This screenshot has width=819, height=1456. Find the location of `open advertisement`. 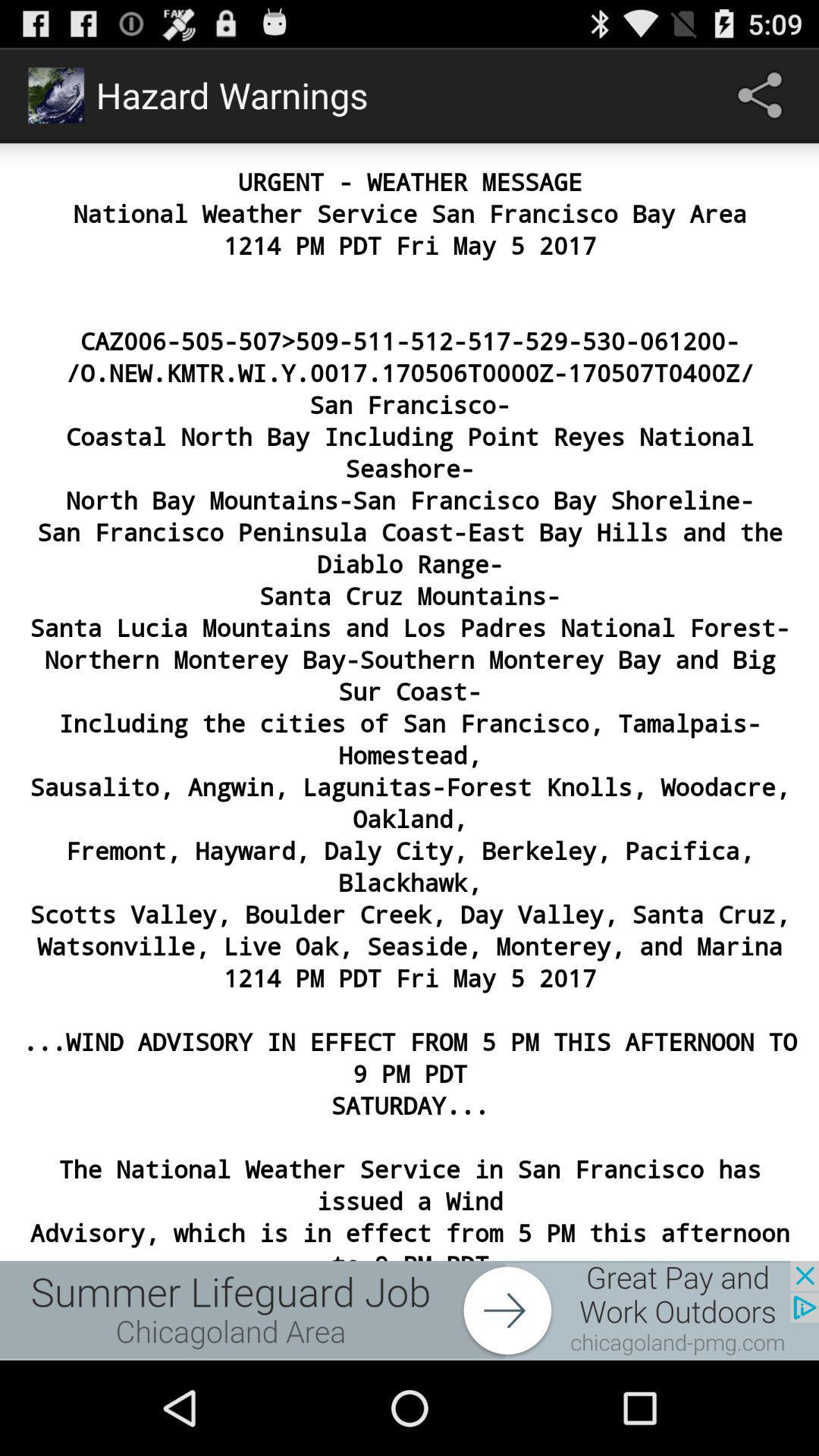

open advertisement is located at coordinates (409, 1310).